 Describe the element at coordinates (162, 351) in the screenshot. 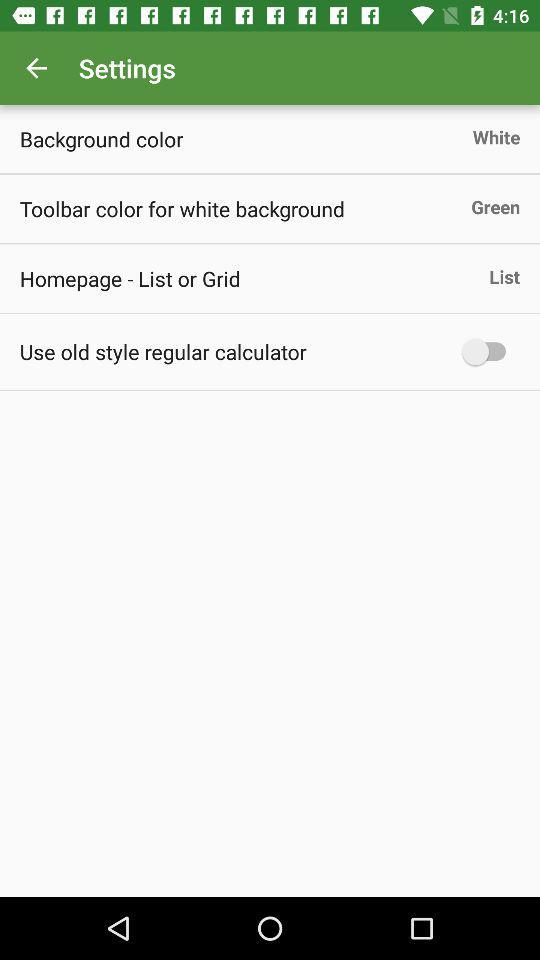

I see `the icon below the homepage list or` at that location.